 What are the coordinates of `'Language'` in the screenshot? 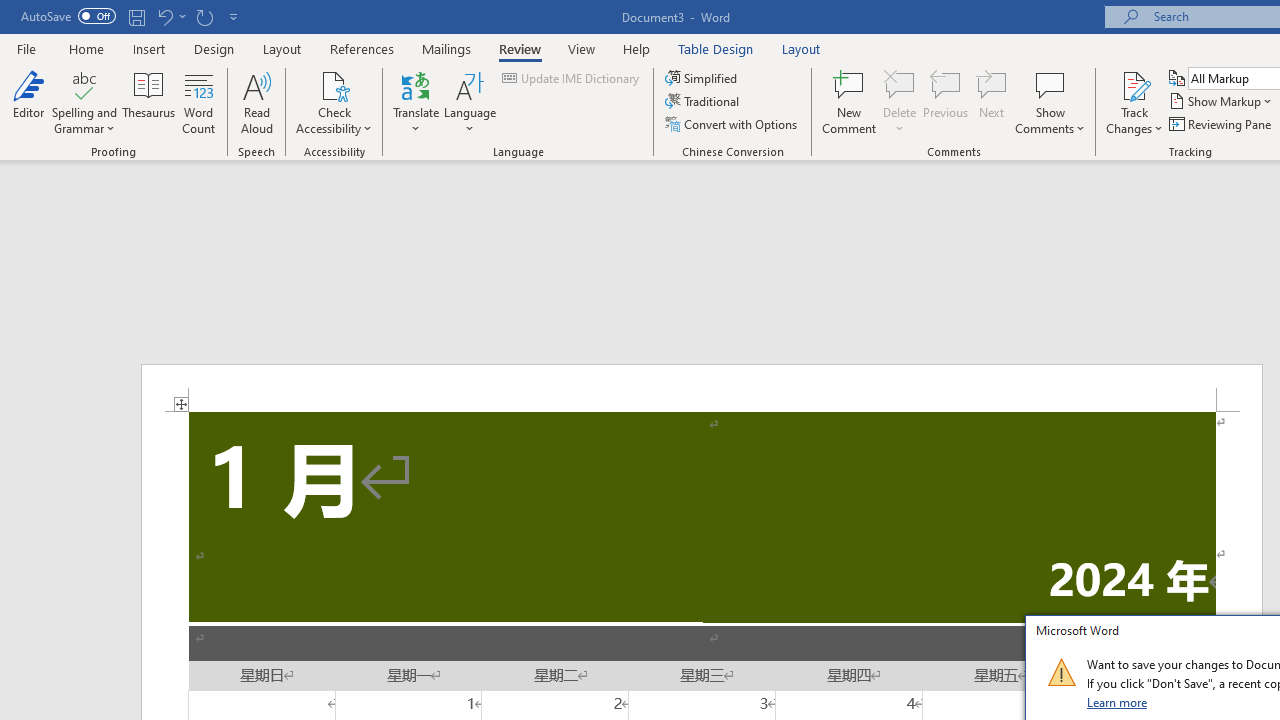 It's located at (469, 103).